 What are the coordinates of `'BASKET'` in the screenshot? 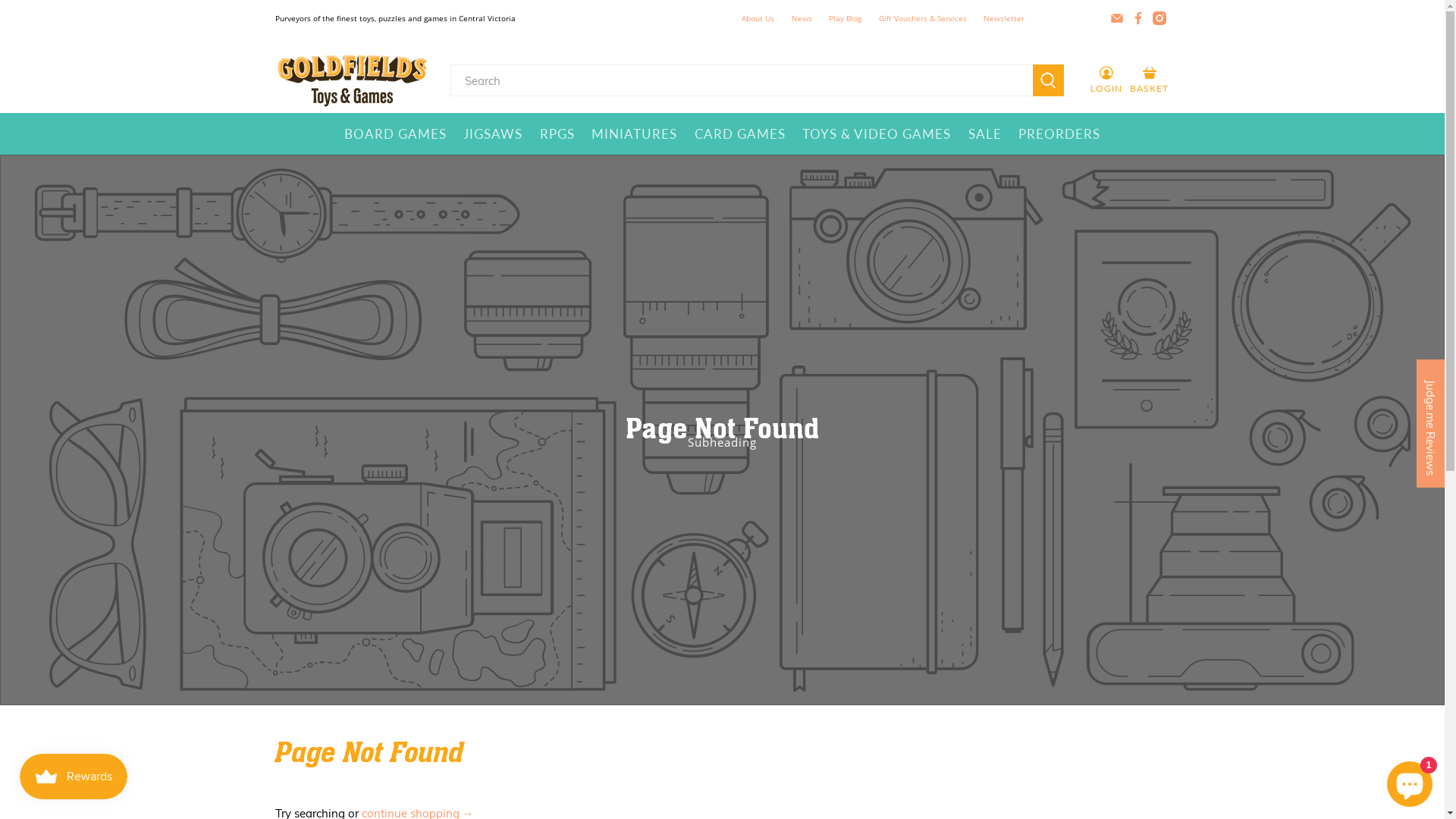 It's located at (1149, 80).